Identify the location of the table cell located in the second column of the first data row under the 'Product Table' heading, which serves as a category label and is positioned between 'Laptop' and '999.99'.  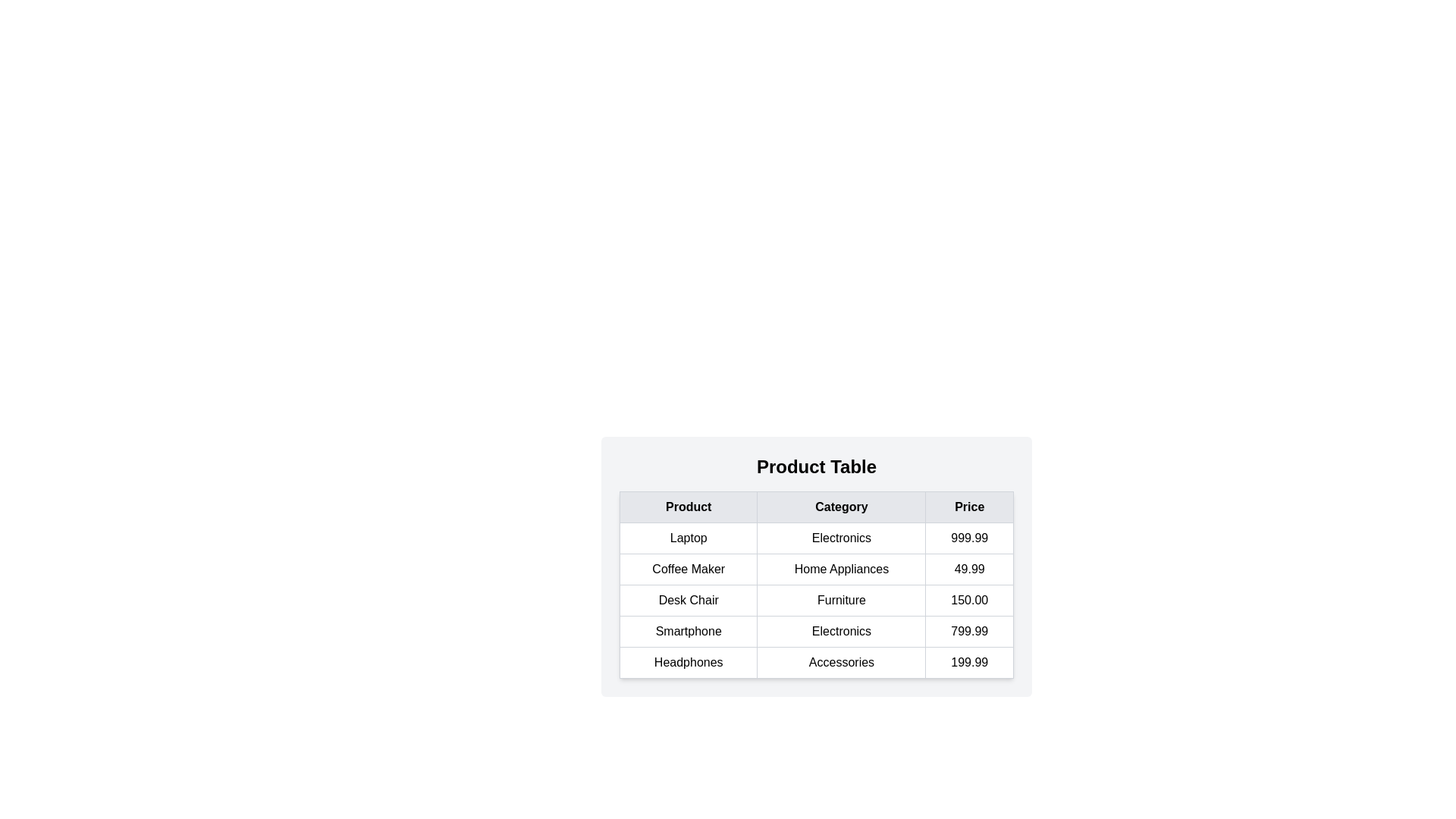
(815, 537).